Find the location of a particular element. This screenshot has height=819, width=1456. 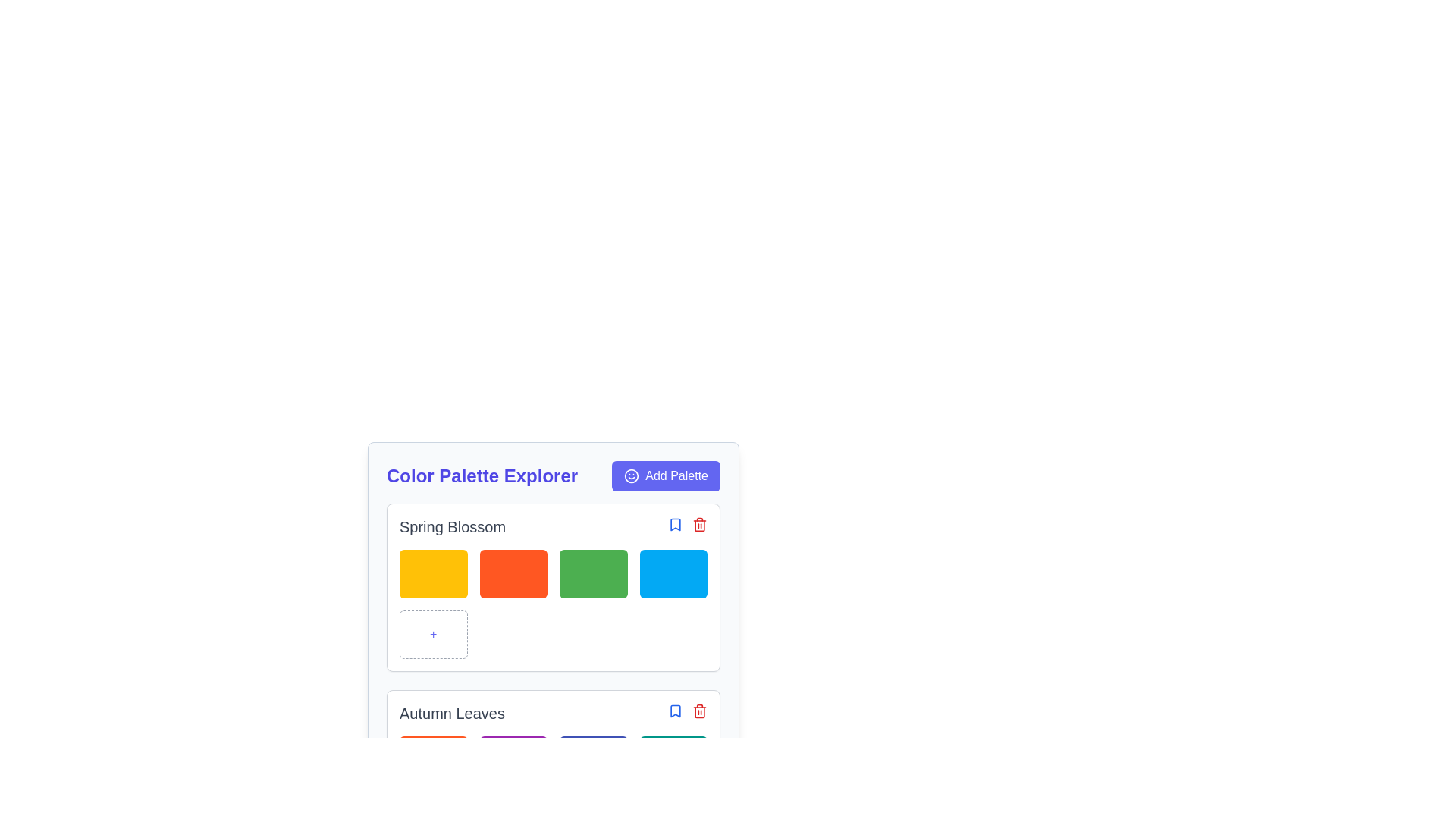

the color block representing the color option '#9C27B0', which is the second item is located at coordinates (513, 760).